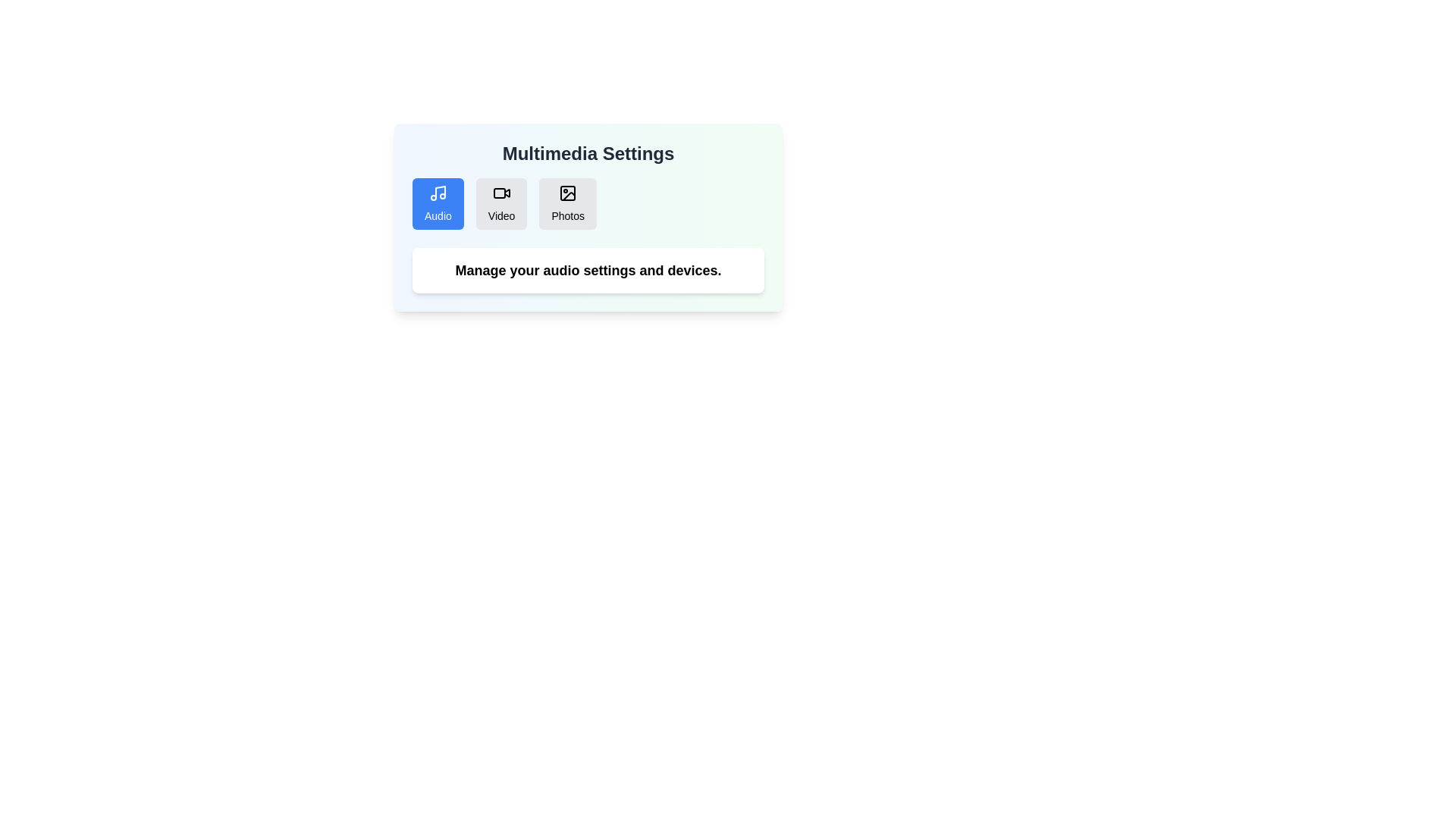  Describe the element at coordinates (588, 270) in the screenshot. I see `the Text Label that provides information about managing audio settings and devices, located below the 'Audio', 'Video', and 'Photos' buttons` at that location.